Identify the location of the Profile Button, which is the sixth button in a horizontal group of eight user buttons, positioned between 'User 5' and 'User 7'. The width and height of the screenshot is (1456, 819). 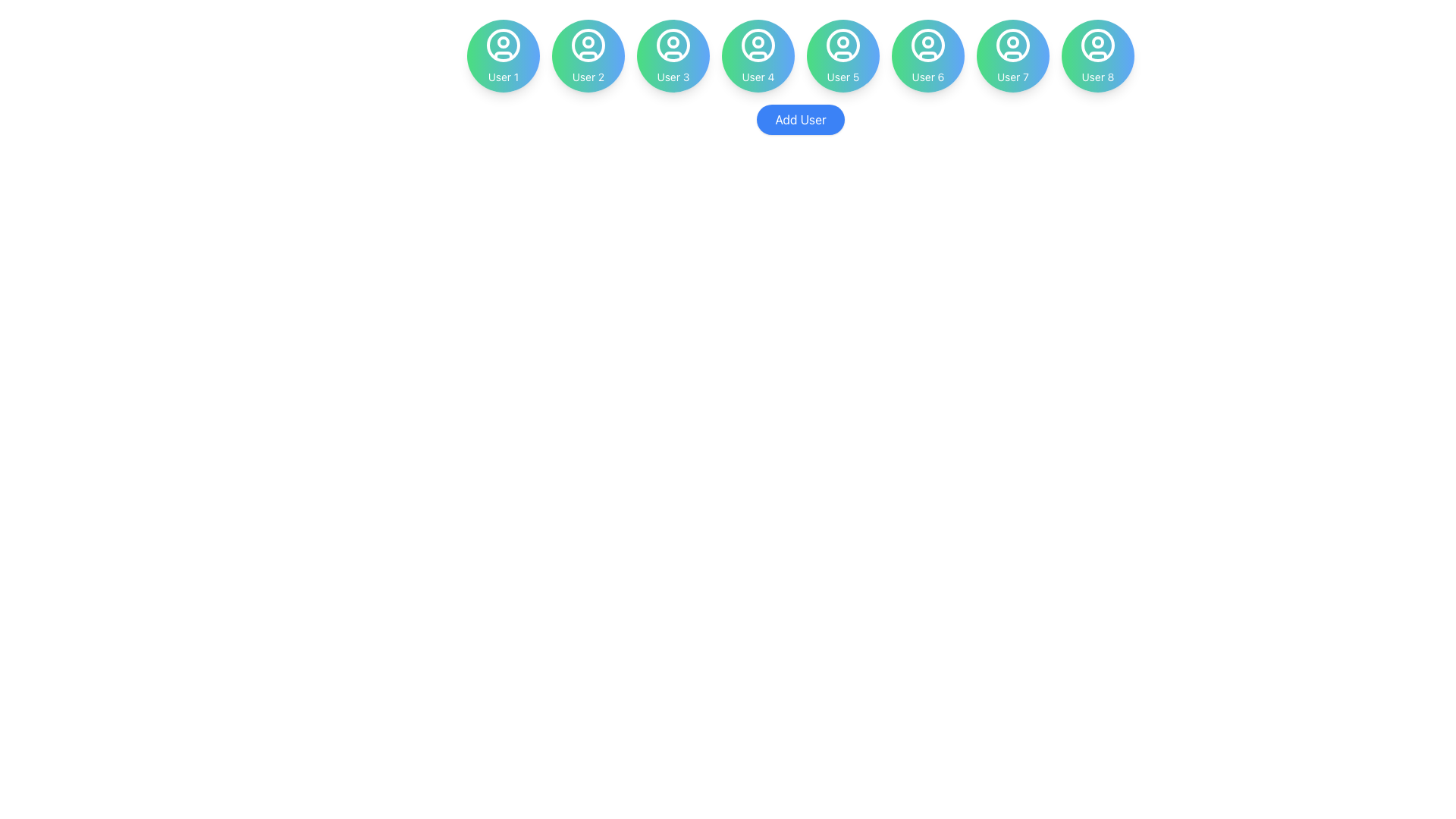
(927, 55).